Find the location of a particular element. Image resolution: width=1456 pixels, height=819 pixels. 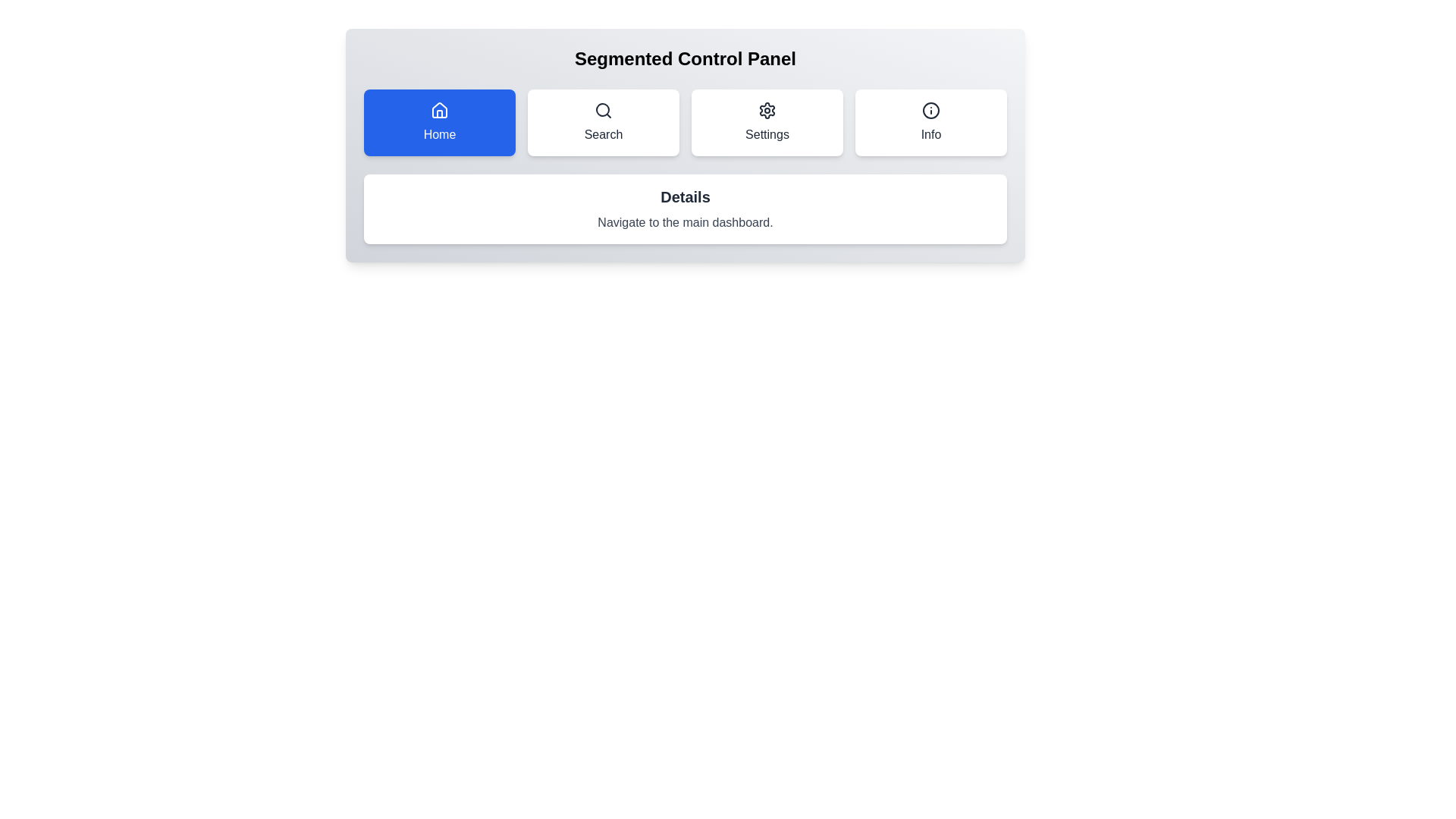

the 'Home' navigation button located at the top of the segmented control panel for keyboard navigation is located at coordinates (439, 122).